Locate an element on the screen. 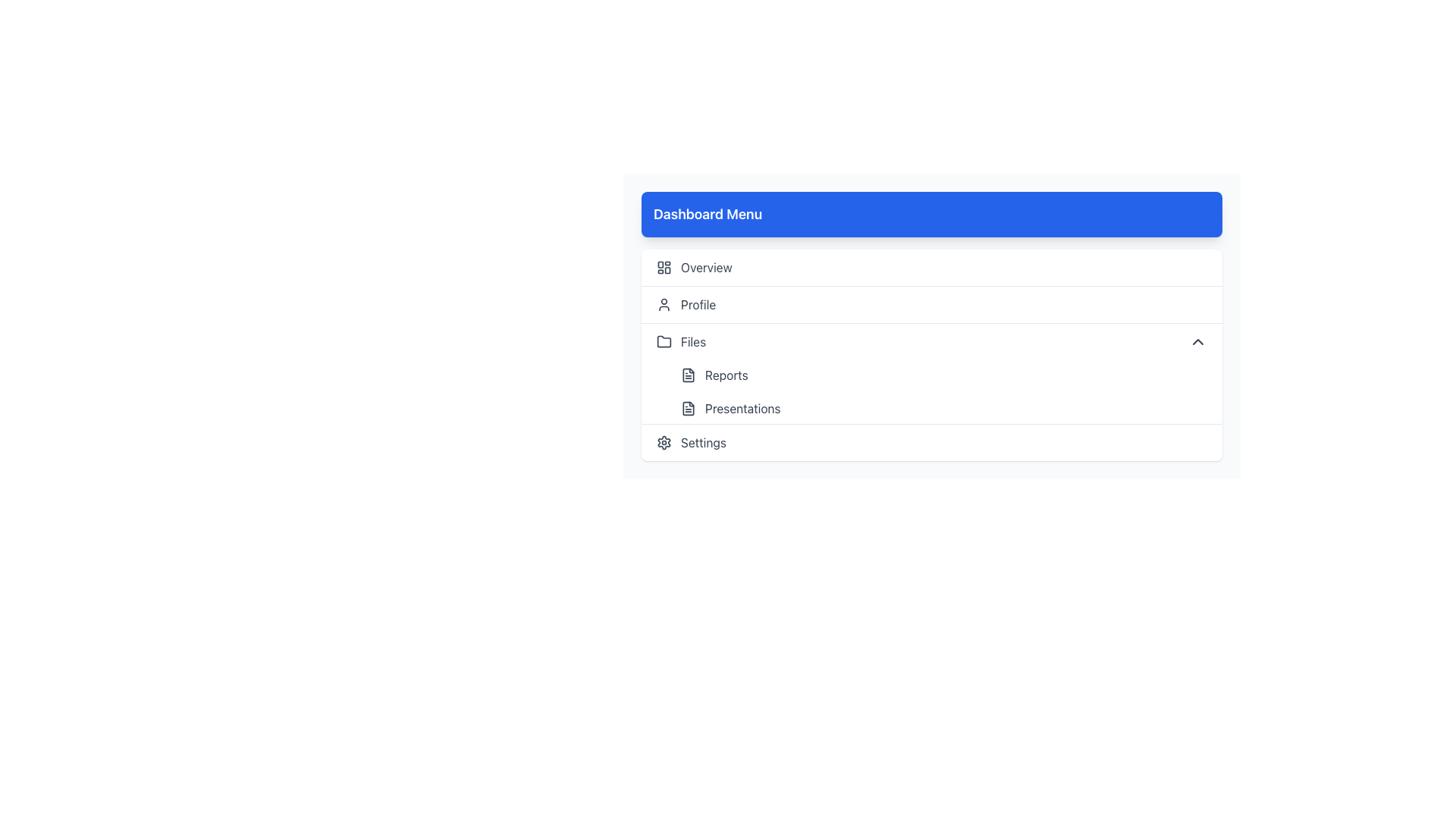 This screenshot has width=1456, height=819. the 'Presentations' icon located on the left side of the 'Presentations' text in the dashboard menu is located at coordinates (687, 408).